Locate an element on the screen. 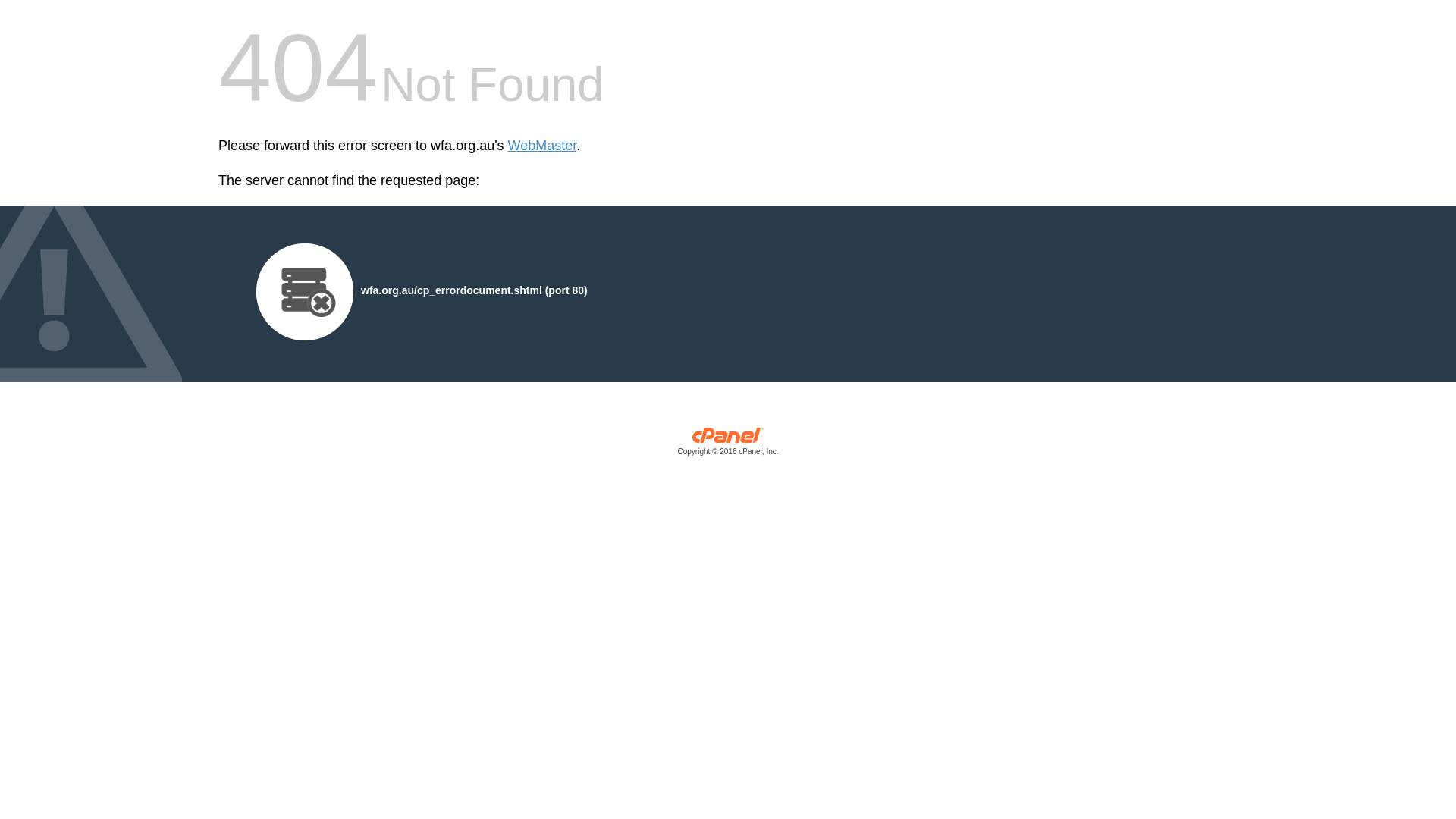 The height and width of the screenshot is (819, 1456). 'WebMaster' is located at coordinates (508, 146).